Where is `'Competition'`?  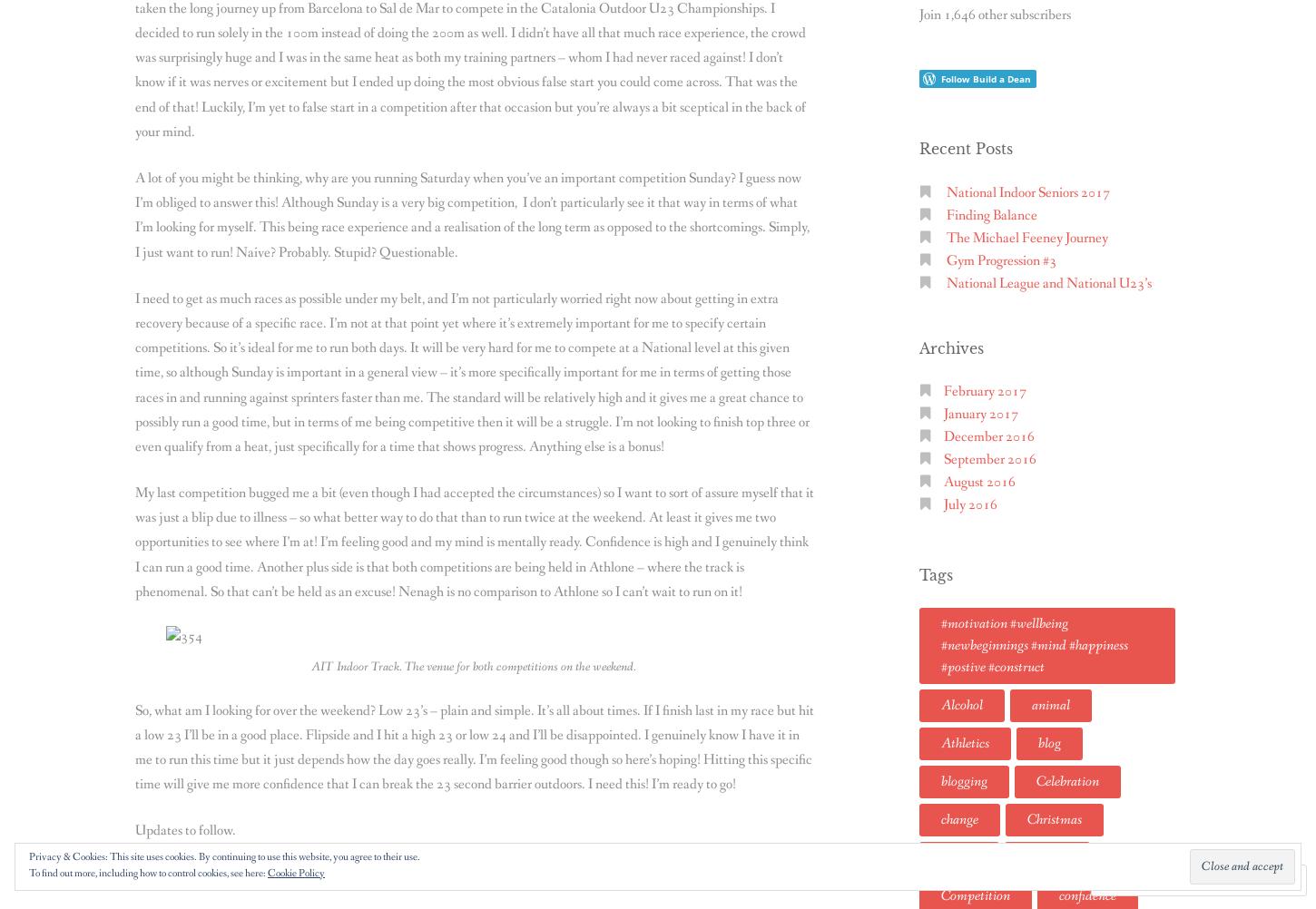 'Competition' is located at coordinates (941, 894).